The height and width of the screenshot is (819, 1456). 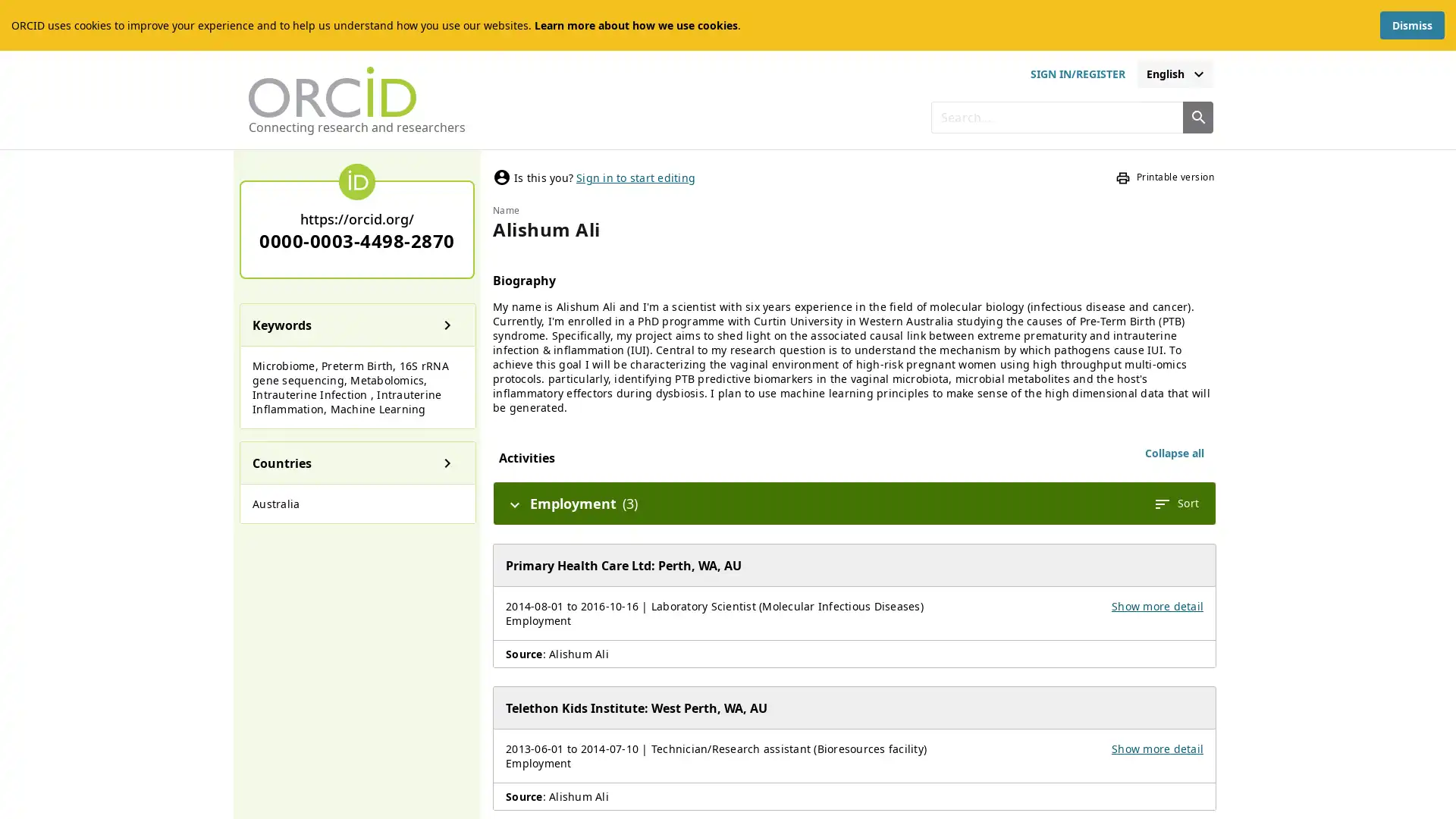 What do you see at coordinates (1197, 116) in the screenshot?
I see `Search` at bounding box center [1197, 116].